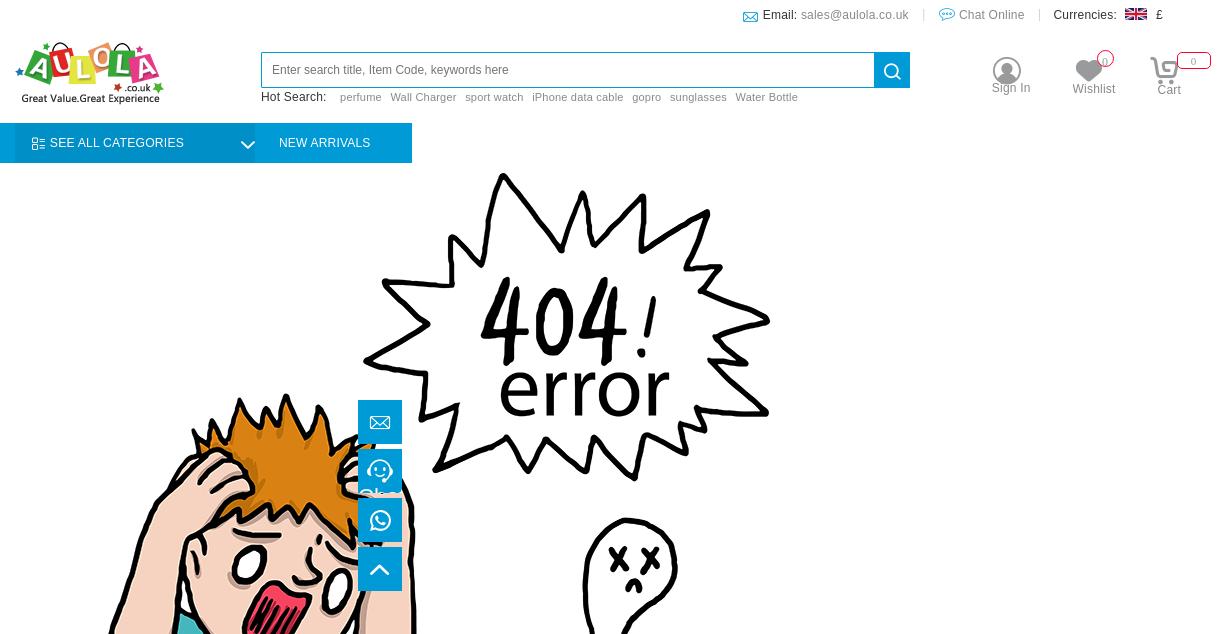 Image resolution: width=1230 pixels, height=634 pixels. I want to click on 'sales@aulola.co.uk', so click(853, 15).